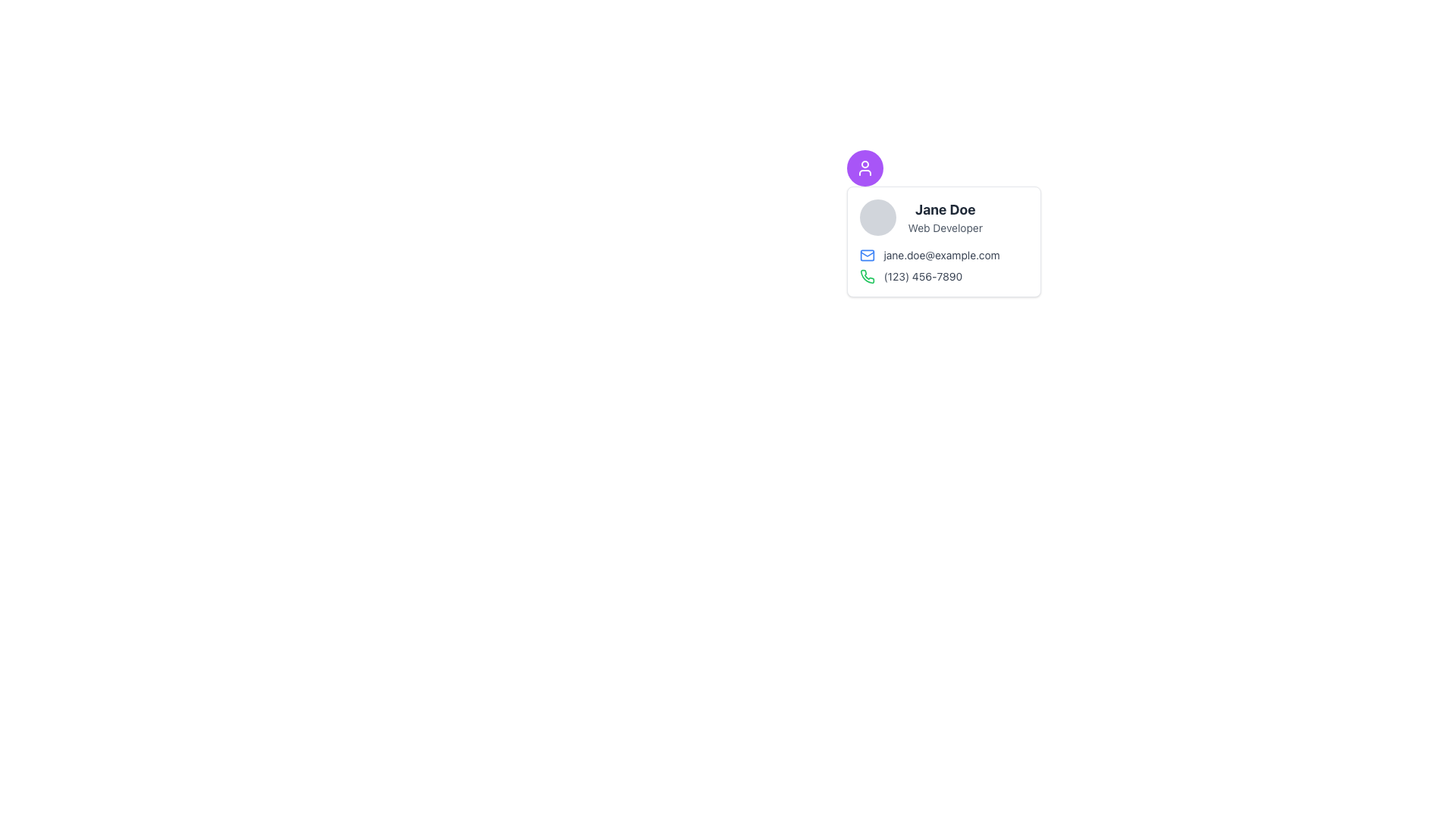  I want to click on the text segment displaying the phone number '(123) 456-7890' with a green phone icon, so click(943, 277).